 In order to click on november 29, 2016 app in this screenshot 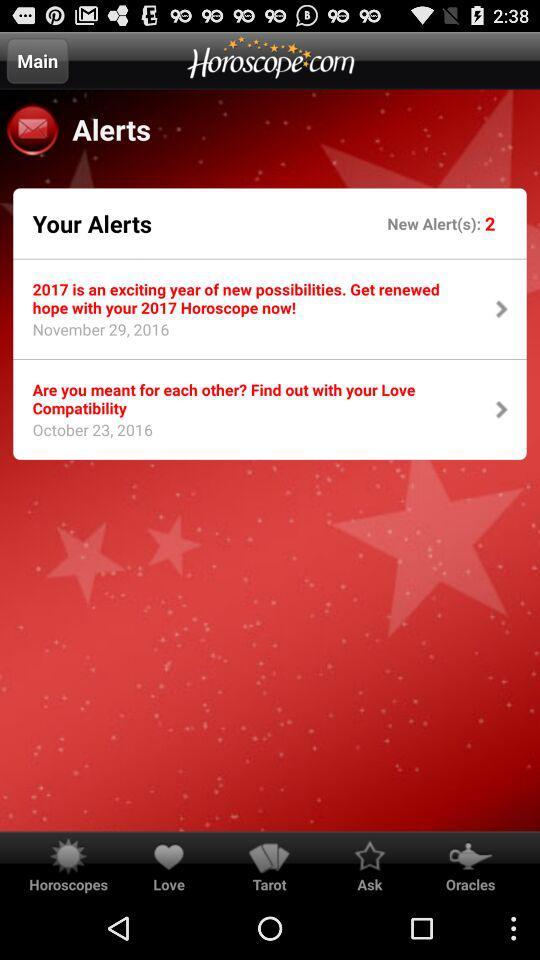, I will do `click(93, 335)`.